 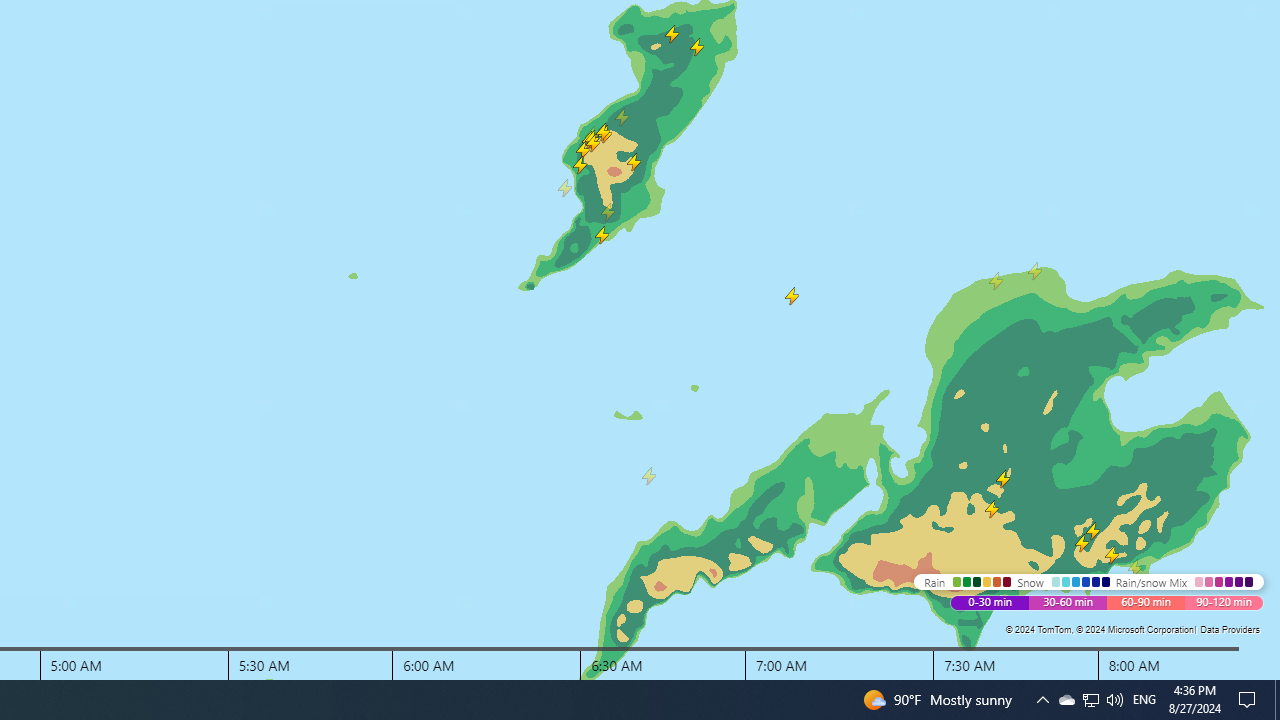 What do you see at coordinates (1089, 698) in the screenshot?
I see `'Q2790: 100%'` at bounding box center [1089, 698].